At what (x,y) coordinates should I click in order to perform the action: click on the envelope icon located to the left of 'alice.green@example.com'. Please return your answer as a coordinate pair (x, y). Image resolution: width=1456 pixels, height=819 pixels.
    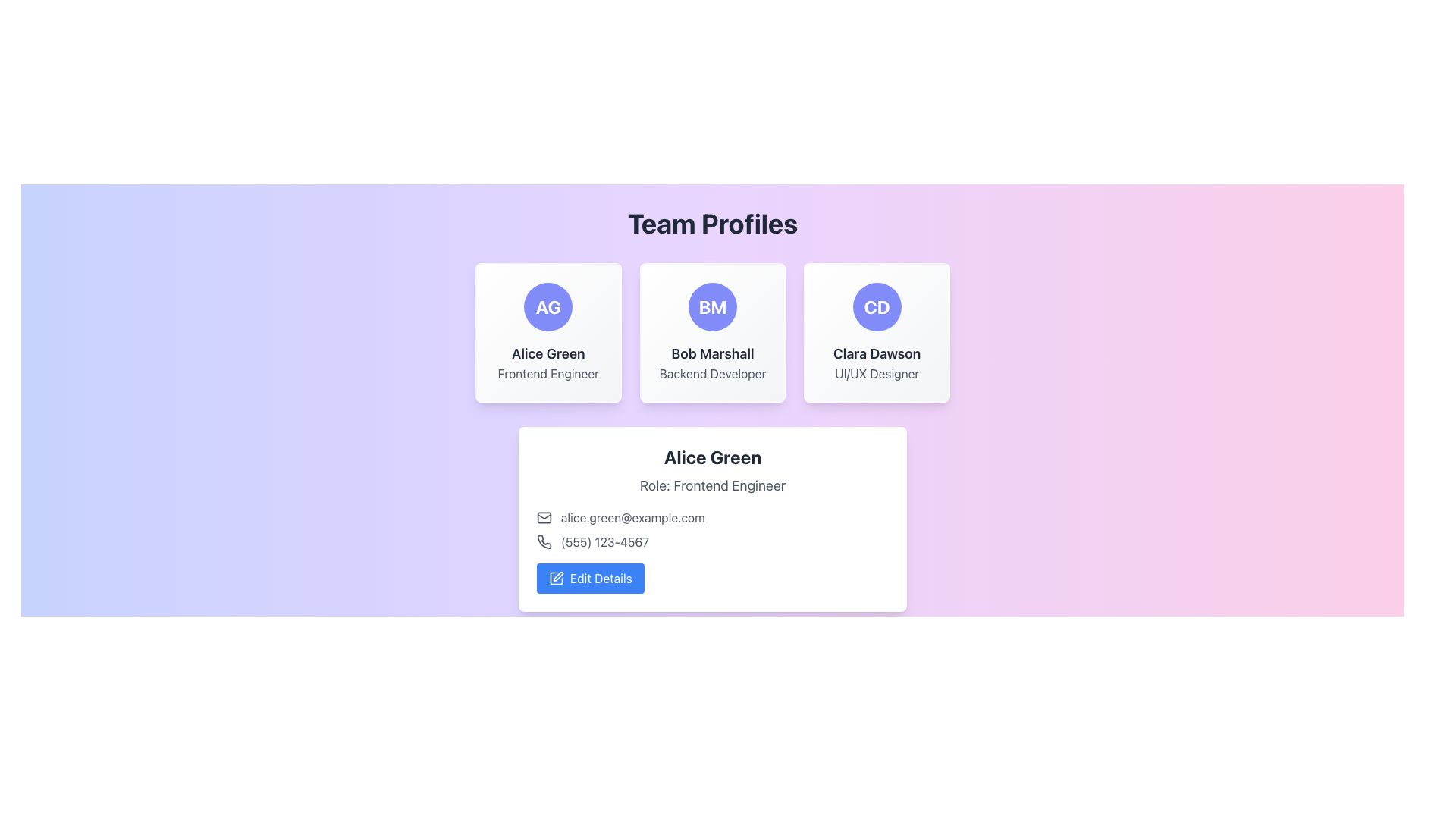
    Looking at the image, I should click on (544, 516).